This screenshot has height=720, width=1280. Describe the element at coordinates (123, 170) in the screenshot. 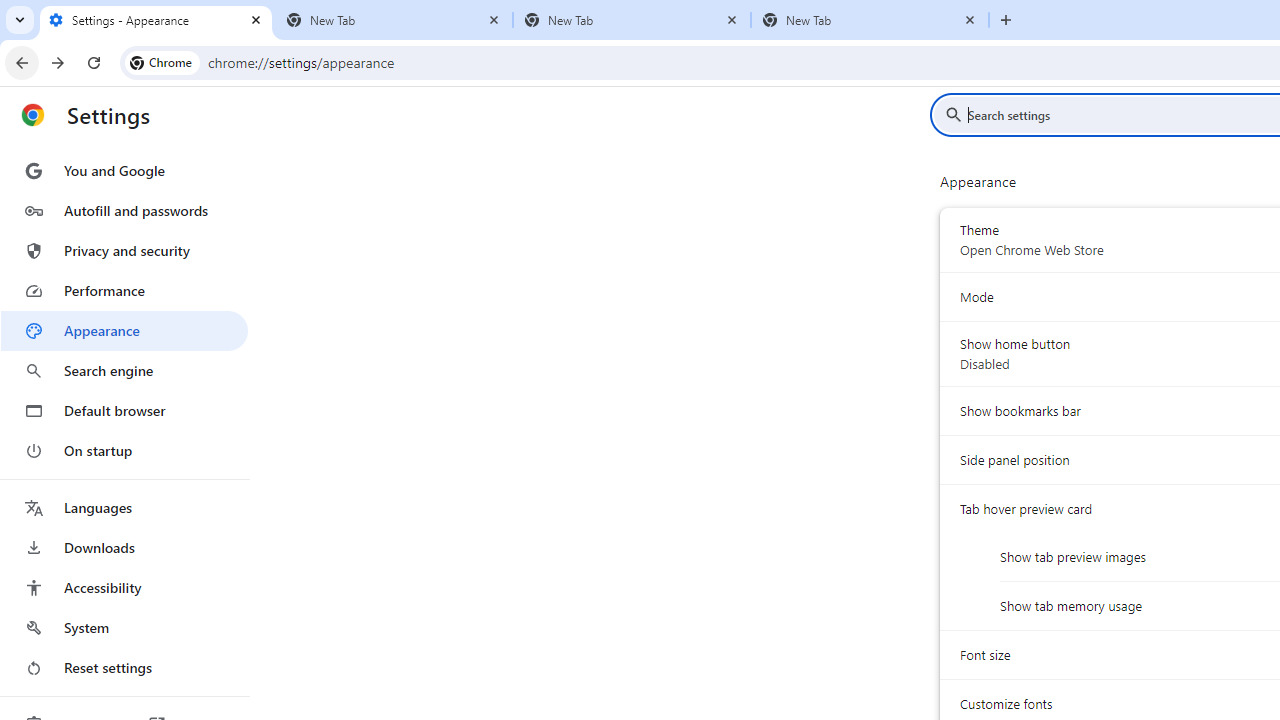

I see `'You and Google'` at that location.